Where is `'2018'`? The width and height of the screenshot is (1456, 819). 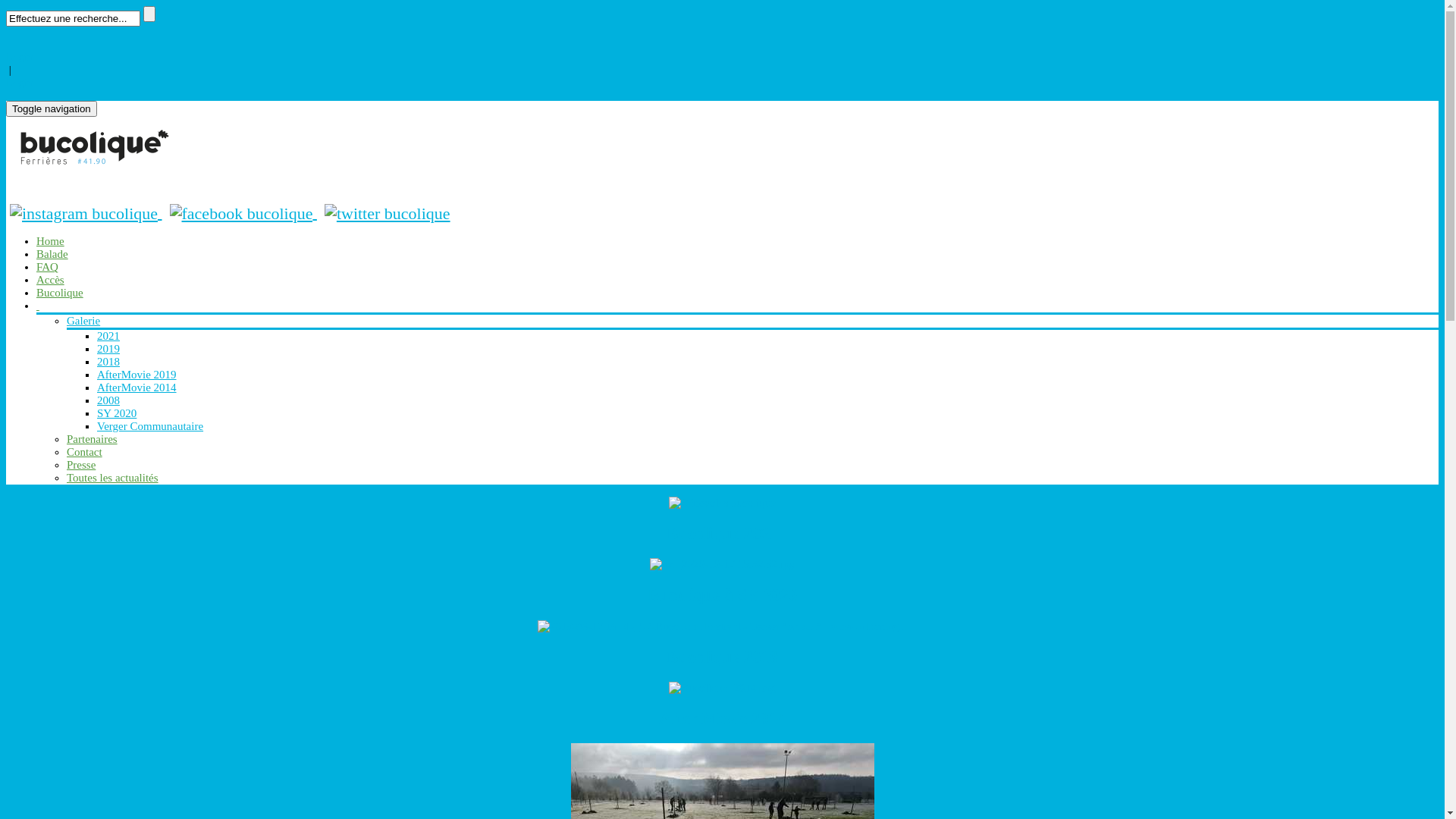 '2018' is located at coordinates (108, 362).